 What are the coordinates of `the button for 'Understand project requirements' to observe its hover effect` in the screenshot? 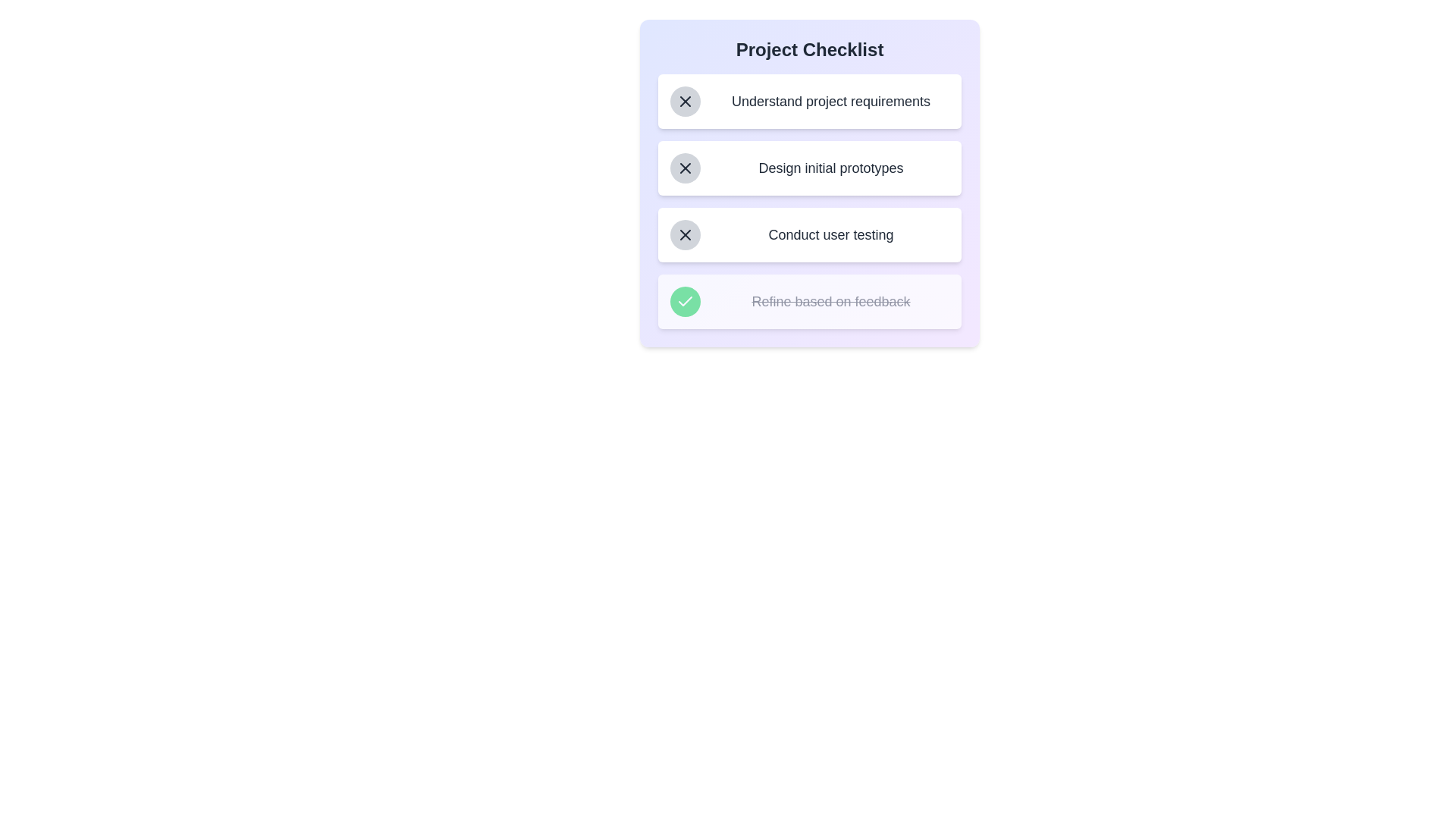 It's located at (684, 102).